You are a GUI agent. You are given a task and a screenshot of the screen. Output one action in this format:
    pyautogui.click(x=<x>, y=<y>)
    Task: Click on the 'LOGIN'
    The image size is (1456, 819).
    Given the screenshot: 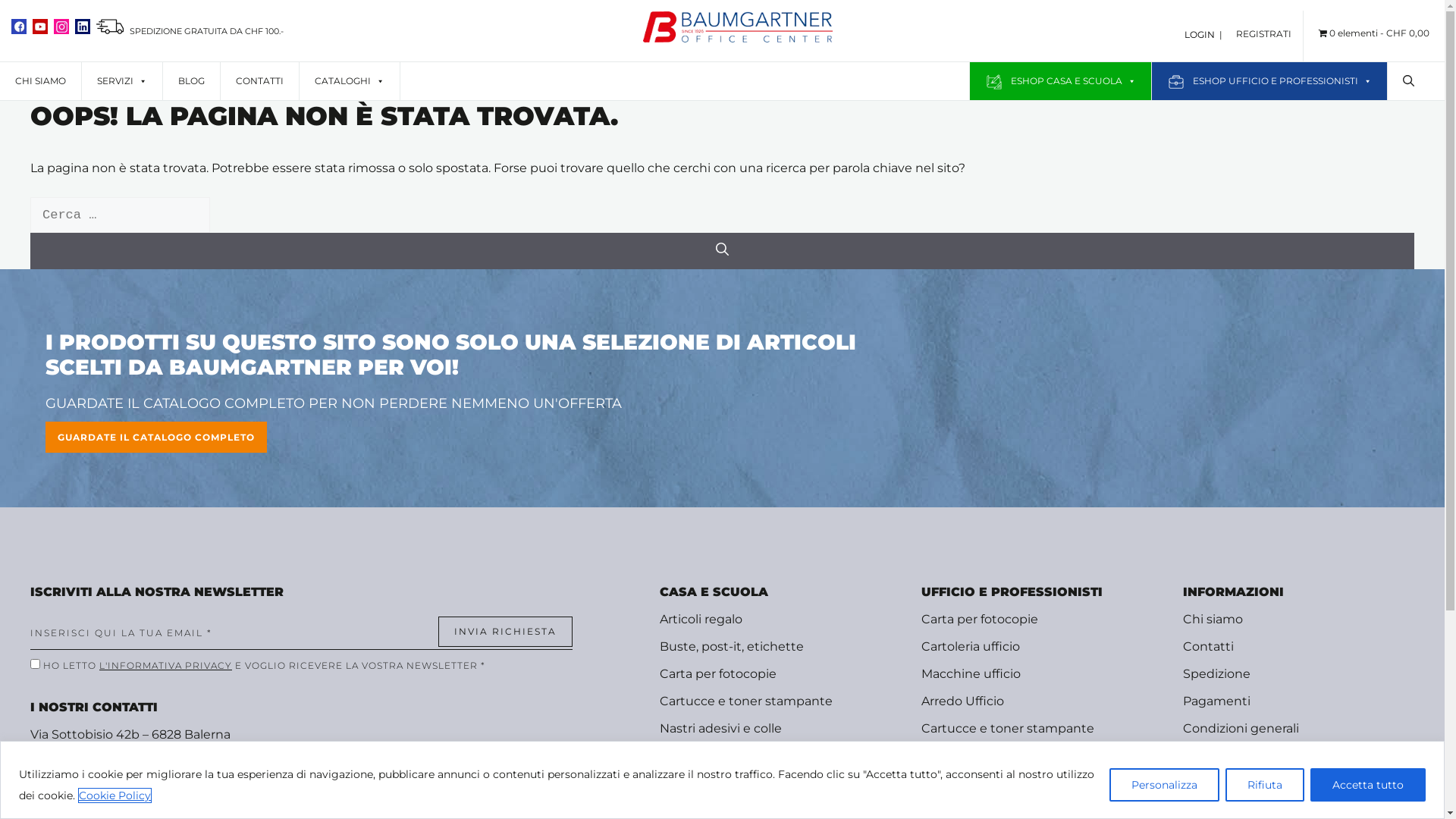 What is the action you would take?
    pyautogui.click(x=1199, y=34)
    